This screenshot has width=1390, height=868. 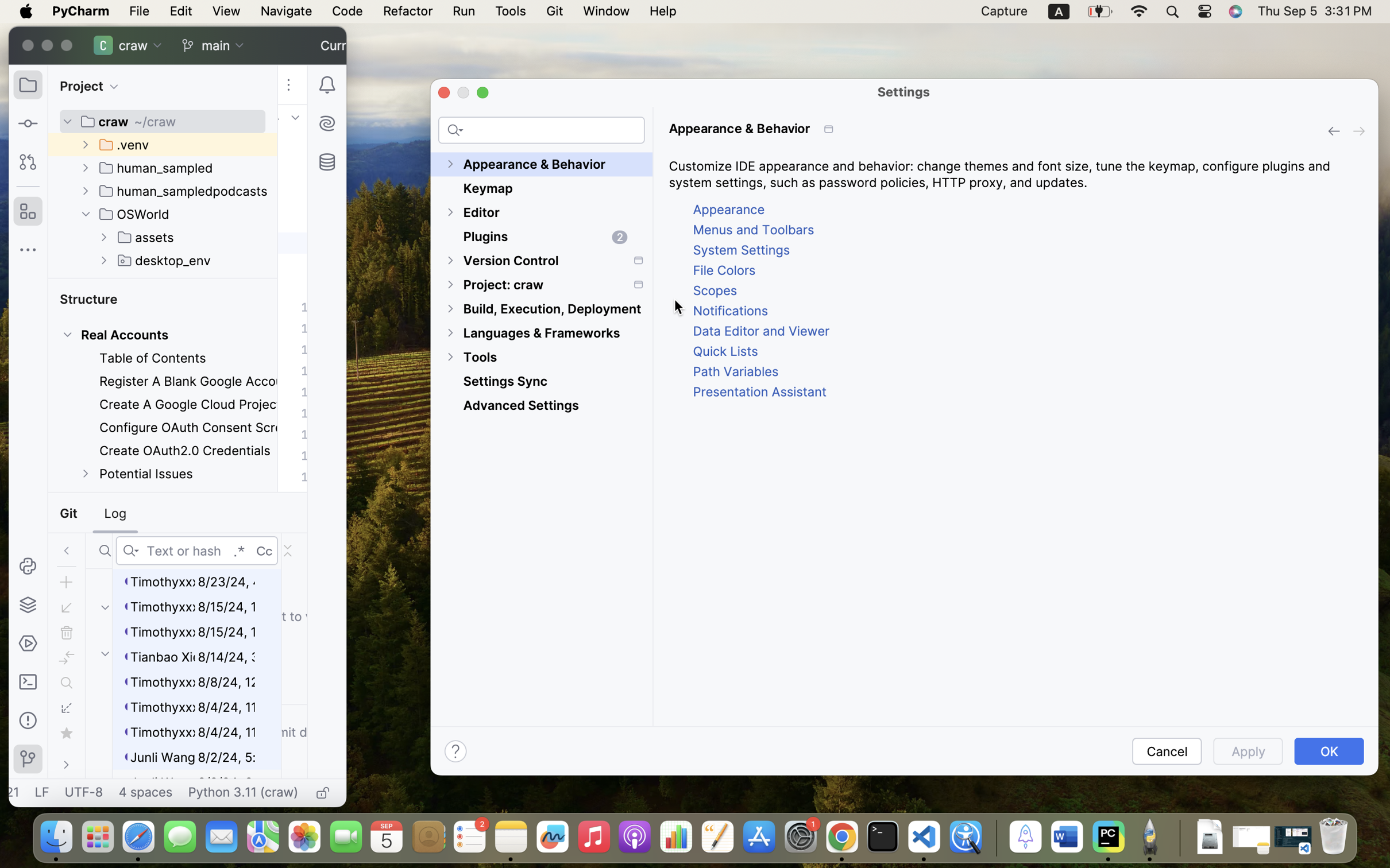 I want to click on 'Settings', so click(x=903, y=92).